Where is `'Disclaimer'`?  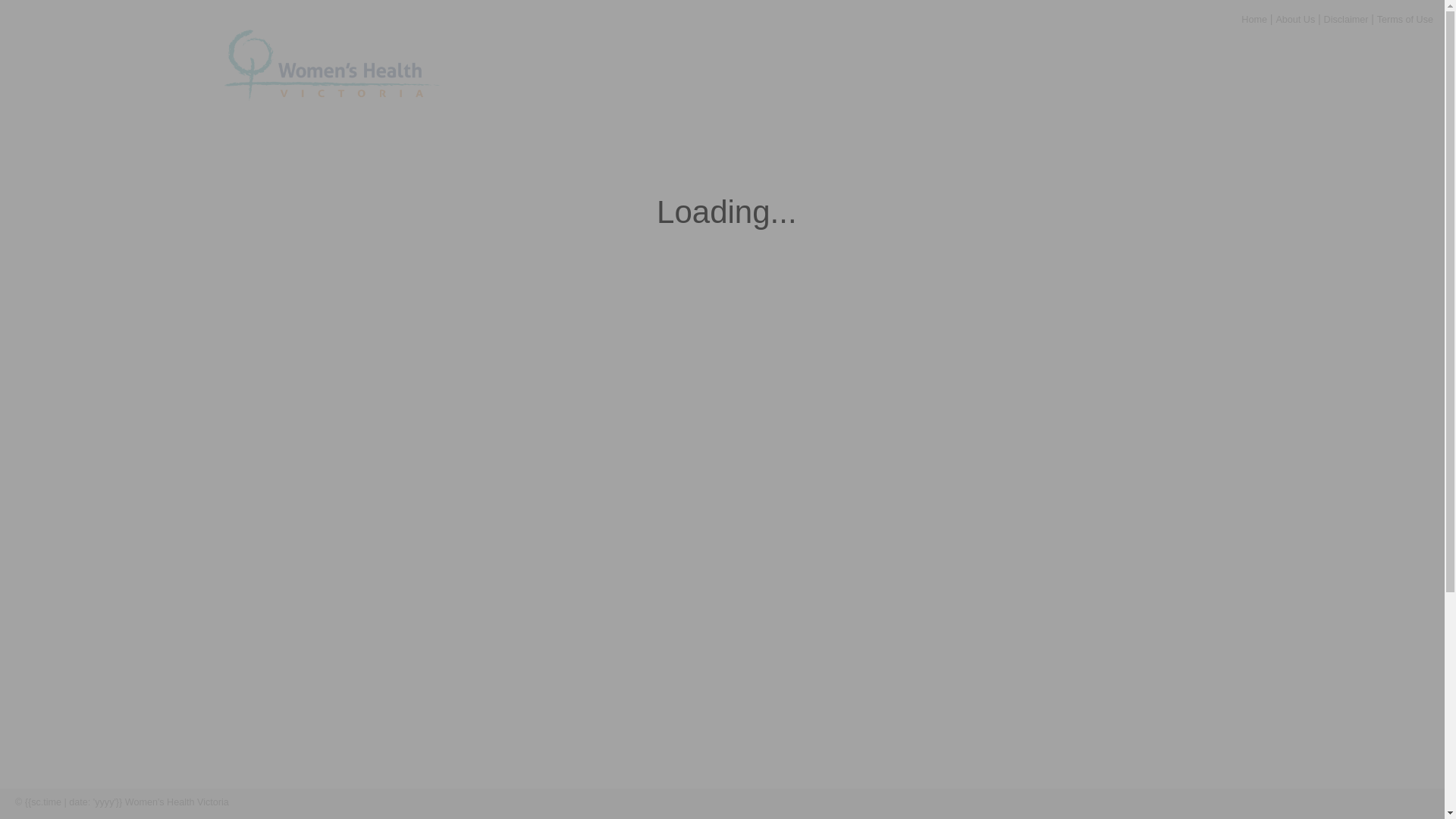 'Disclaimer' is located at coordinates (1323, 20).